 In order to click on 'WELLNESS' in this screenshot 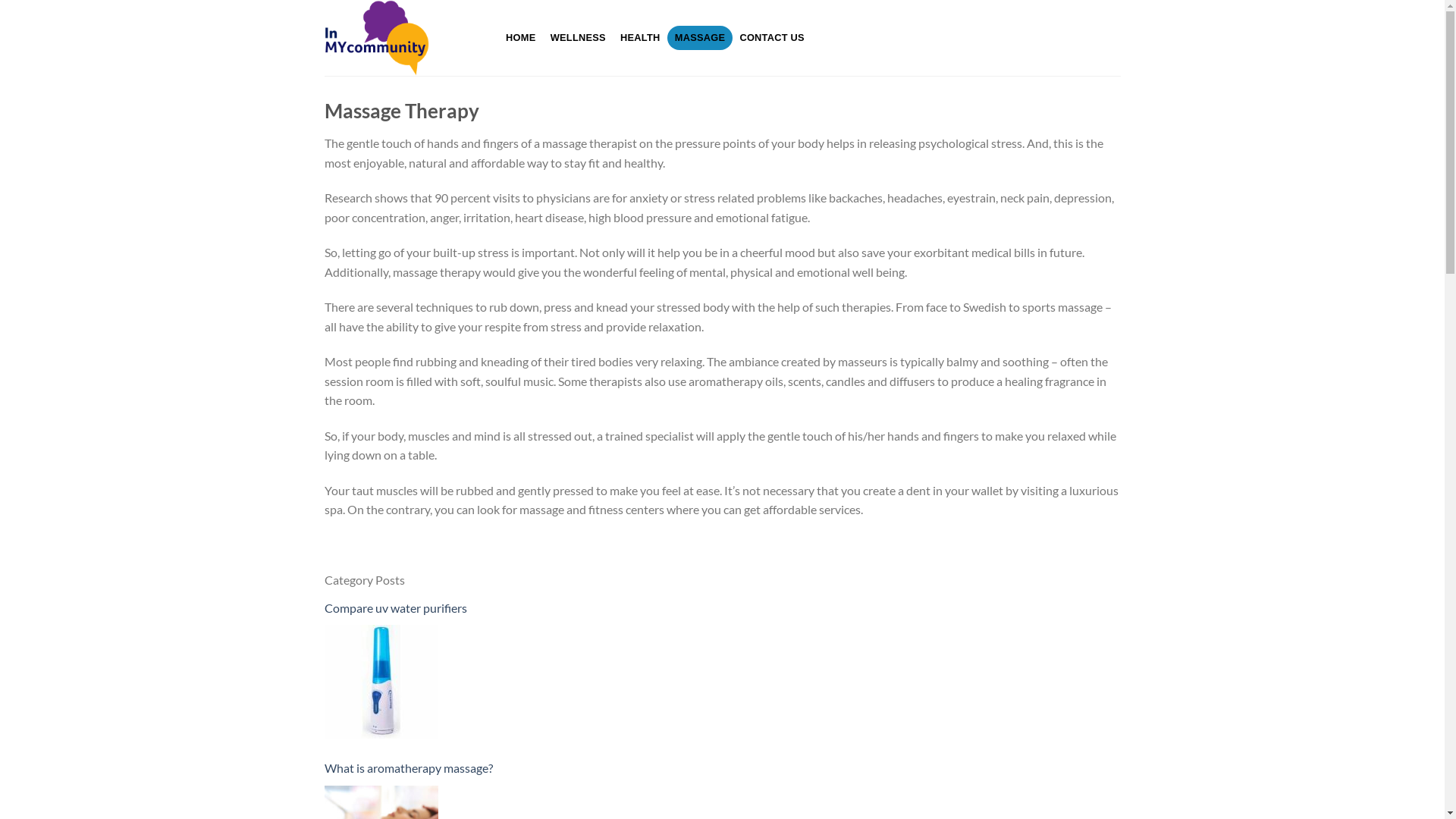, I will do `click(577, 37)`.